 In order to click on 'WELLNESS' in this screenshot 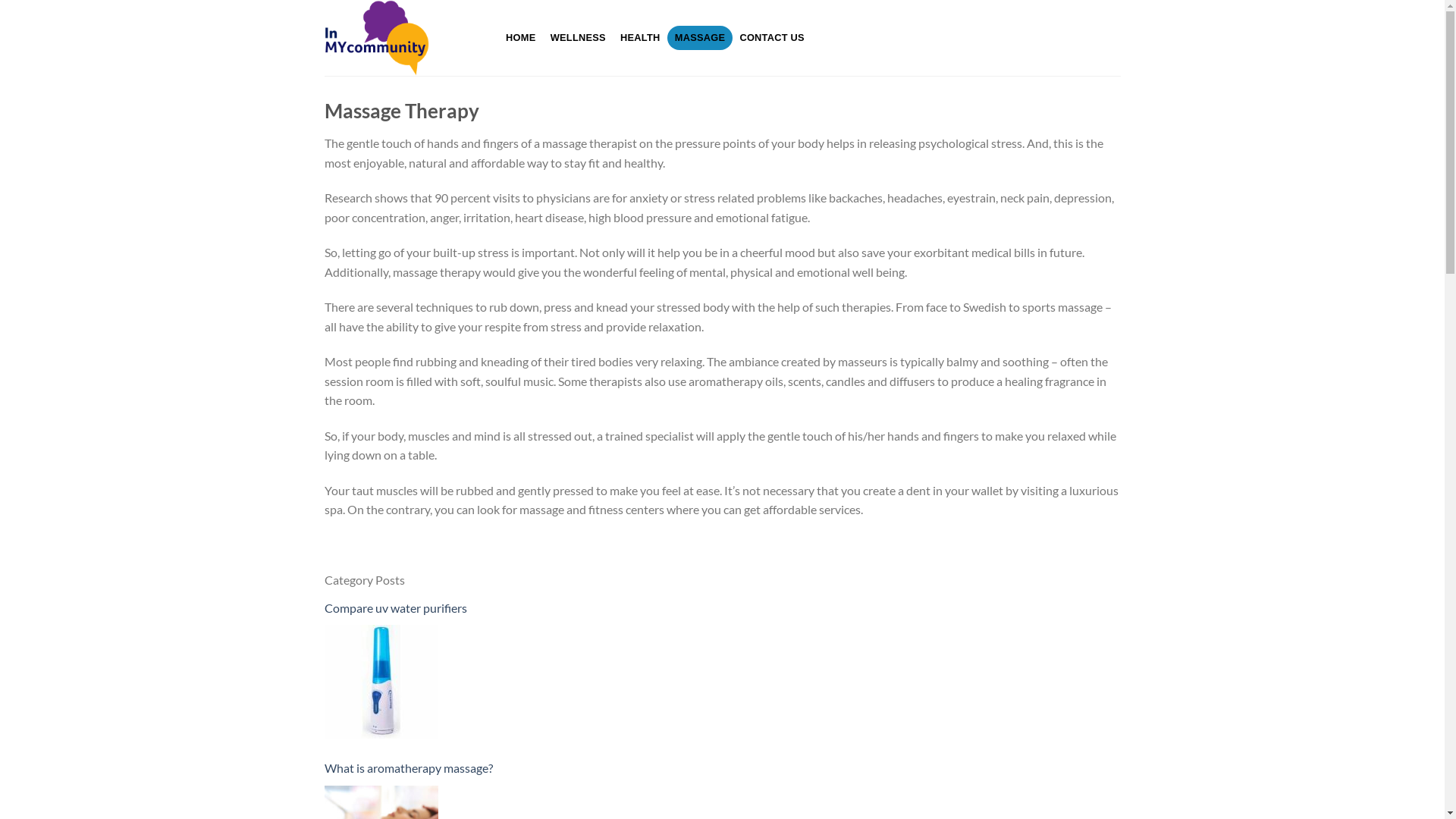, I will do `click(577, 37)`.